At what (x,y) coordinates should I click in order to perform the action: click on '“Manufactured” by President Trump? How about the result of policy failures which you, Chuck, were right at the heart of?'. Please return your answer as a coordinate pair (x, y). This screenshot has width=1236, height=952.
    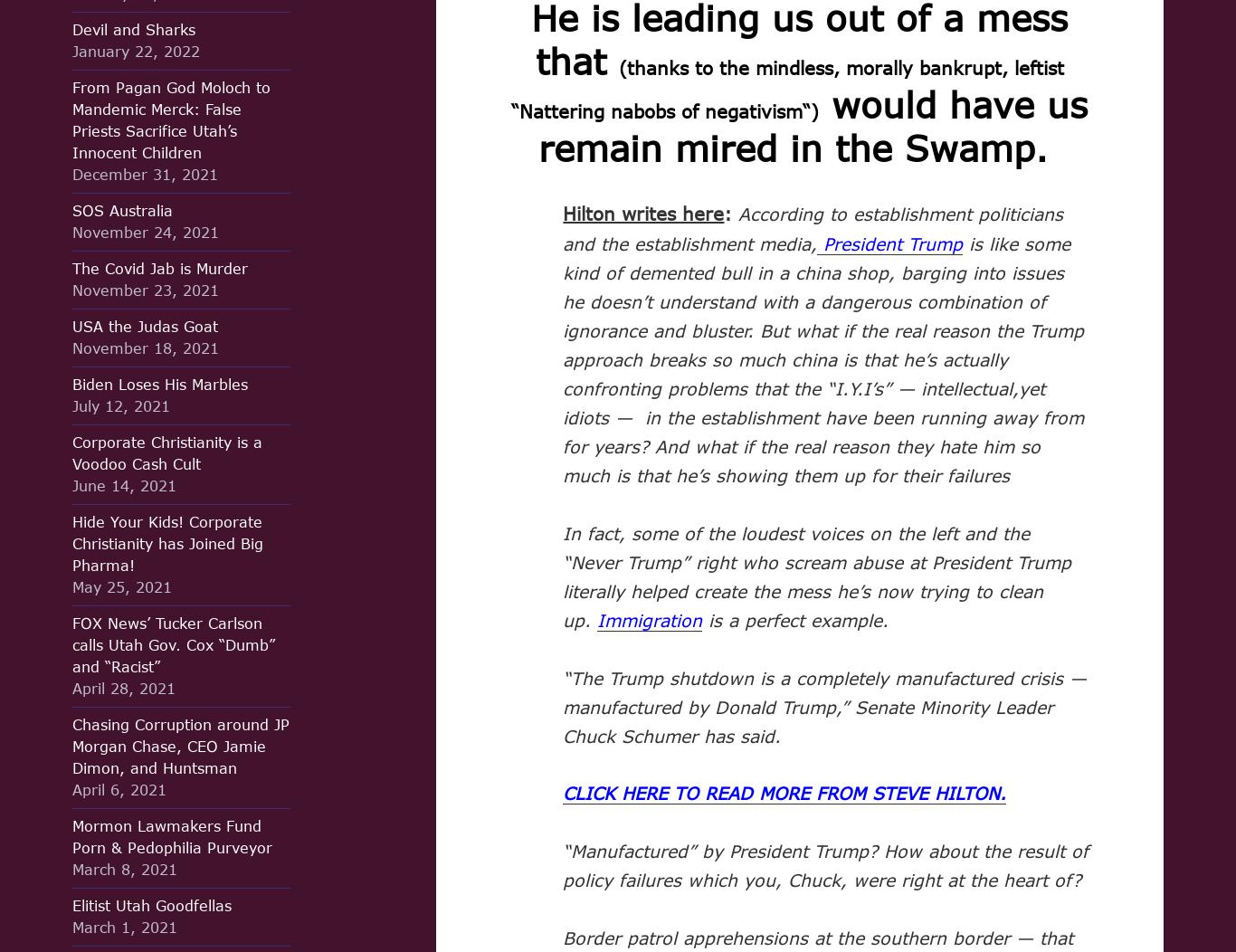
    Looking at the image, I should click on (825, 864).